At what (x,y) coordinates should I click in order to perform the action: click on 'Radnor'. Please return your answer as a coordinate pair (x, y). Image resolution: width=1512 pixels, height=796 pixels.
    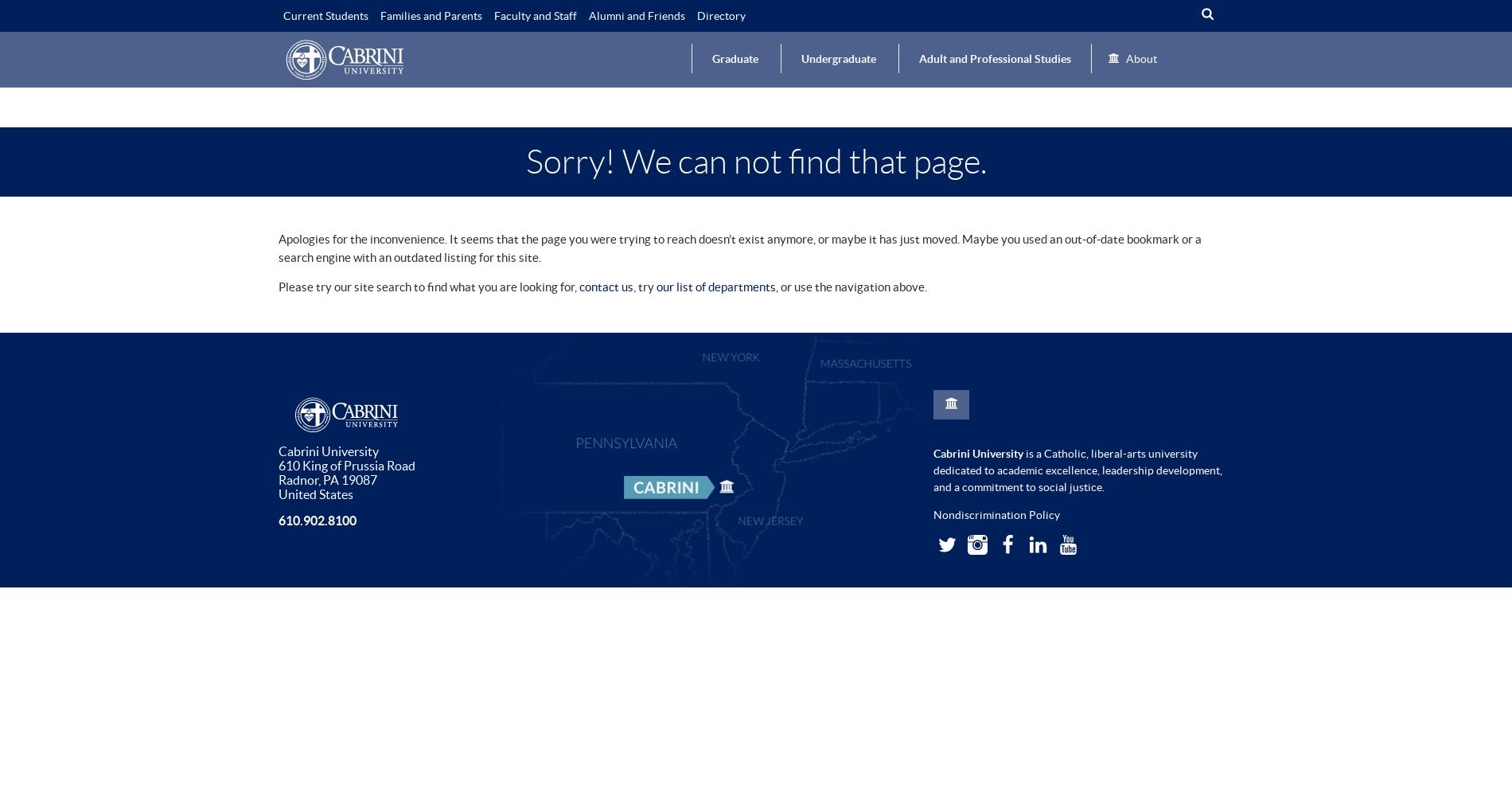
    Looking at the image, I should click on (277, 478).